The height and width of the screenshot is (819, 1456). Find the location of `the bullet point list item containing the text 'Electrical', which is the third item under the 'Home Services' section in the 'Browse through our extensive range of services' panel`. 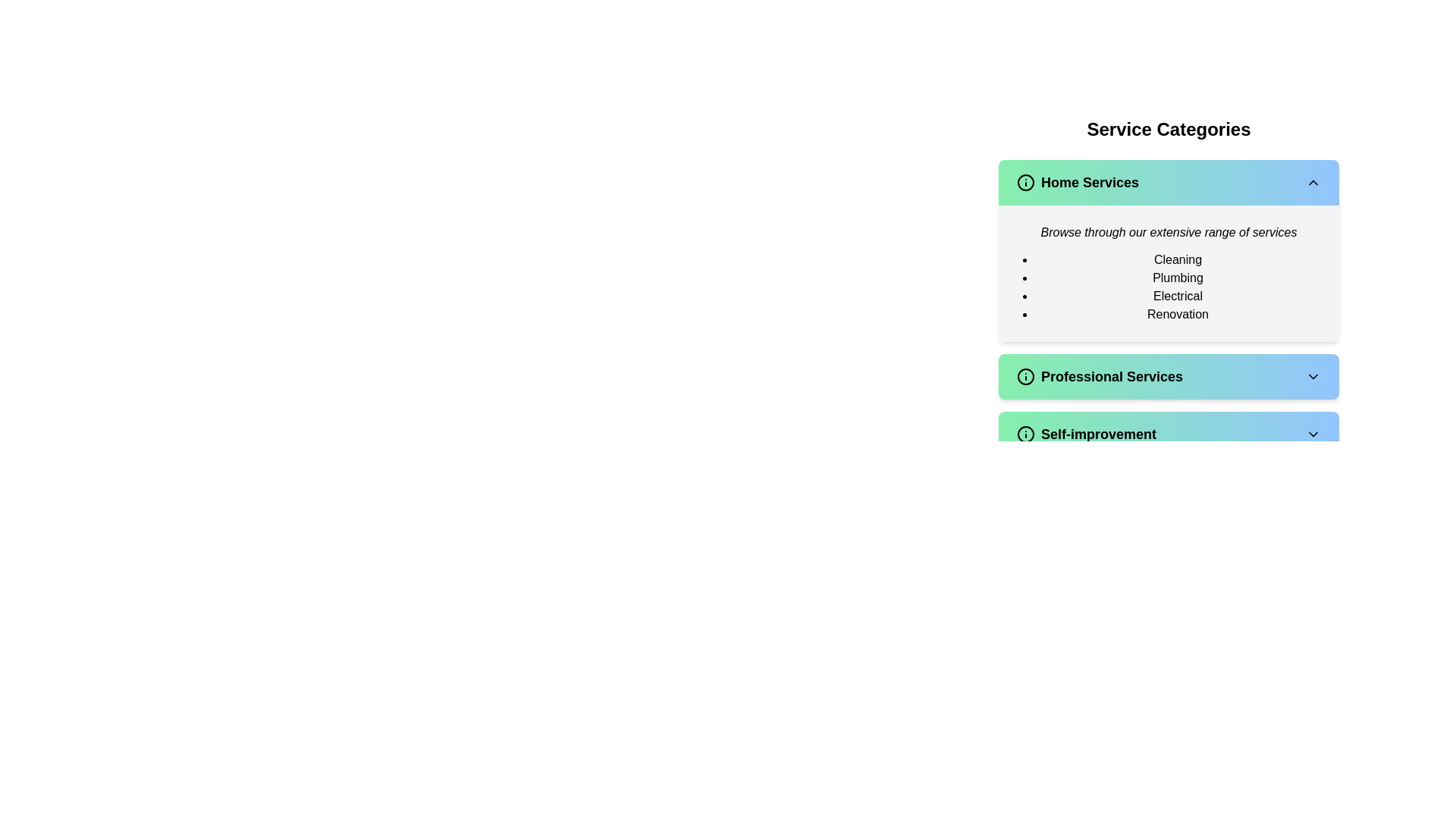

the bullet point list item containing the text 'Electrical', which is the third item under the 'Home Services' section in the 'Browse through our extensive range of services' panel is located at coordinates (1168, 287).